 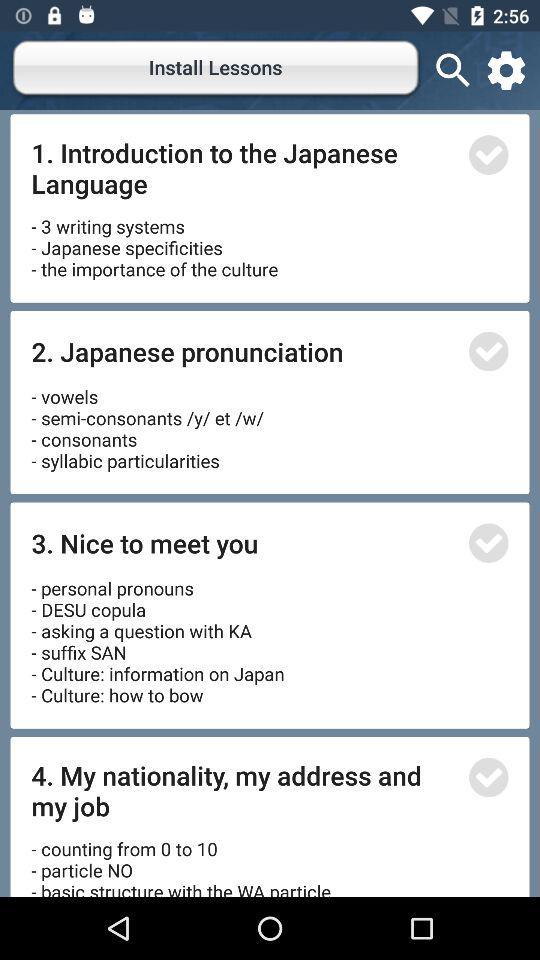 What do you see at coordinates (184, 859) in the screenshot?
I see `icon below the 4 my nationality item` at bounding box center [184, 859].